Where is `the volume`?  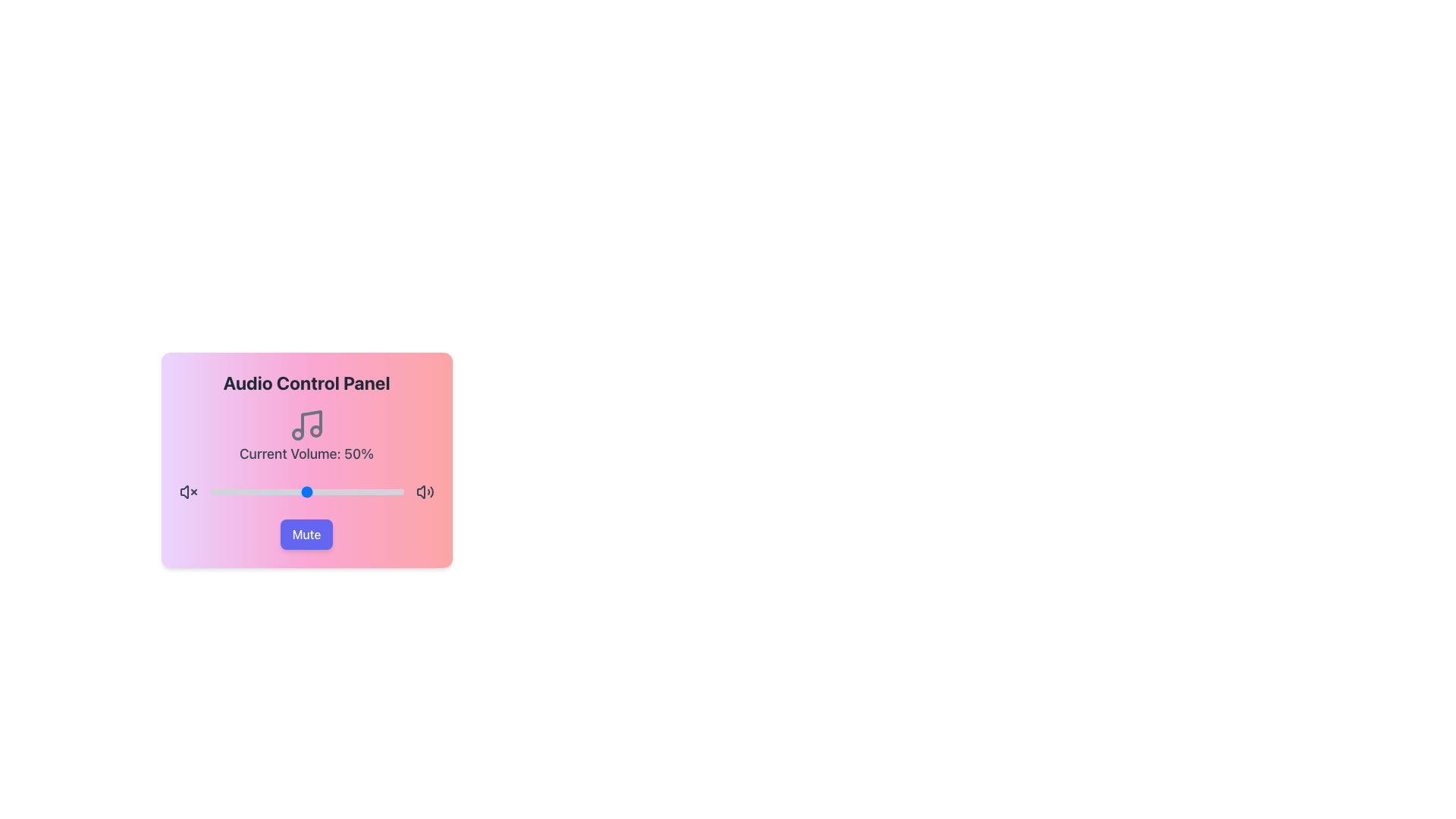 the volume is located at coordinates (264, 491).